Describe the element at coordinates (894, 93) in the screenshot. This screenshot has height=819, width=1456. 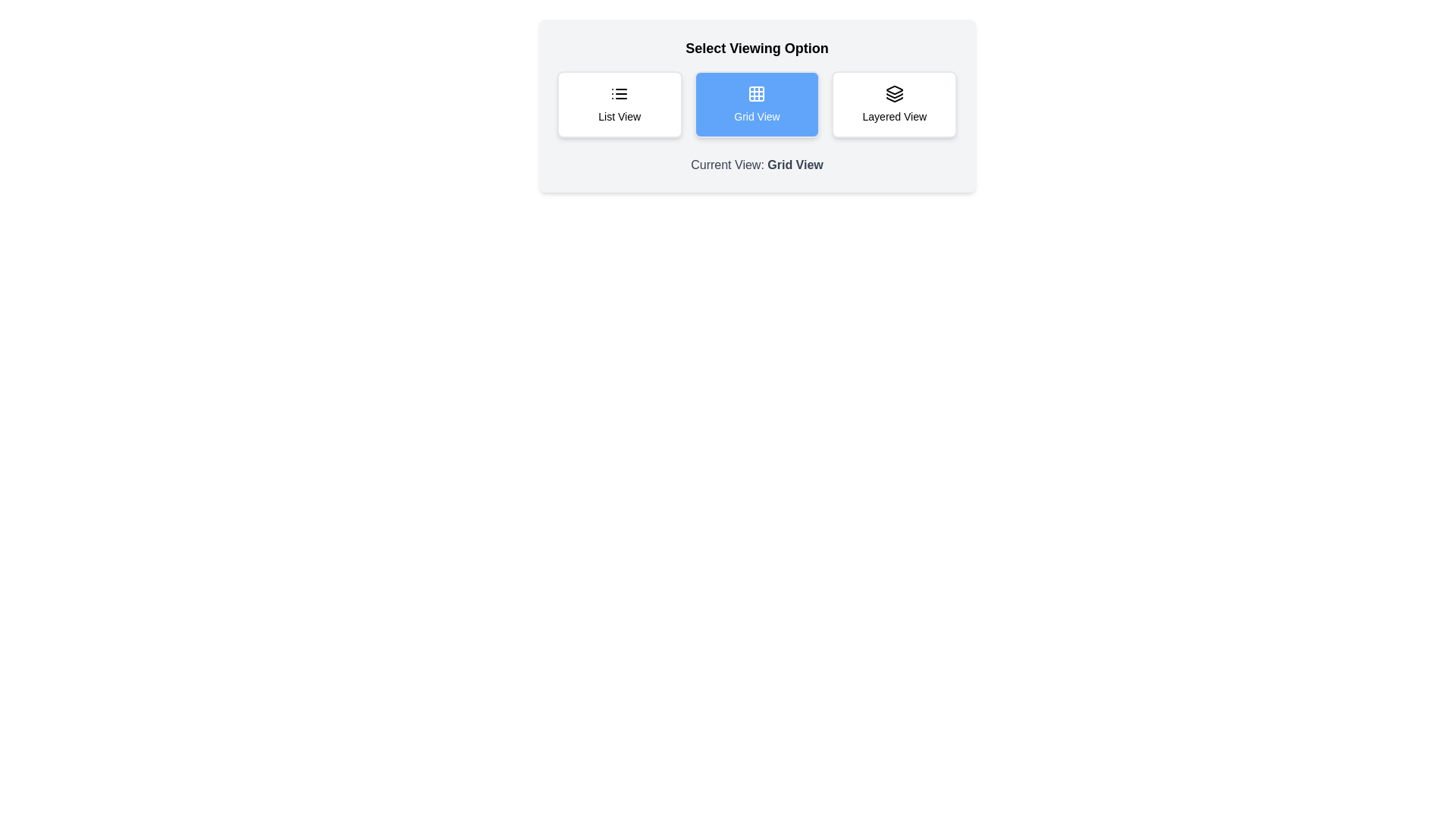
I see `the icon representing a layered structure, located at the top center of the 'Layered View' card` at that location.